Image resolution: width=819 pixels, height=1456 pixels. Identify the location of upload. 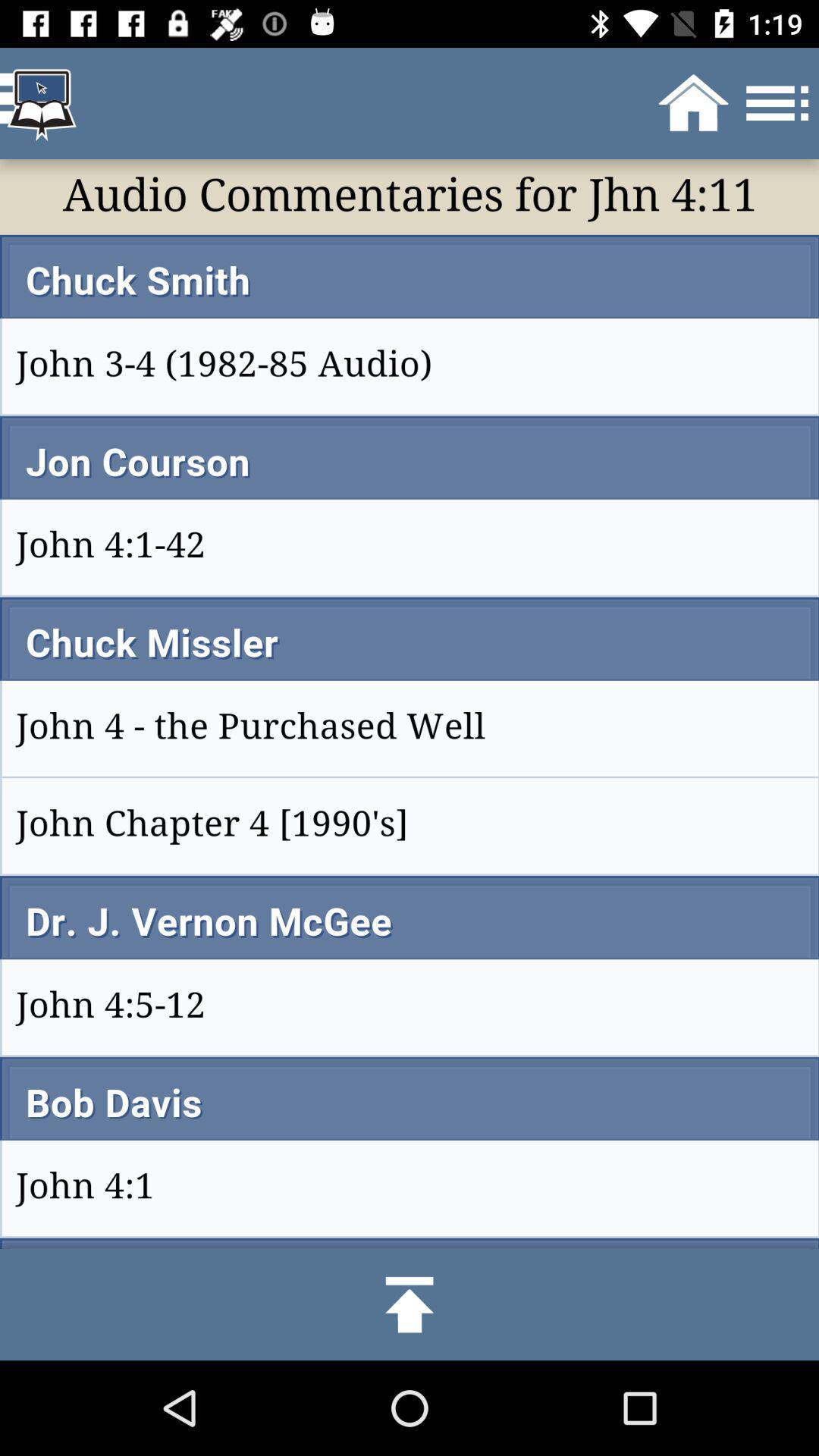
(409, 1304).